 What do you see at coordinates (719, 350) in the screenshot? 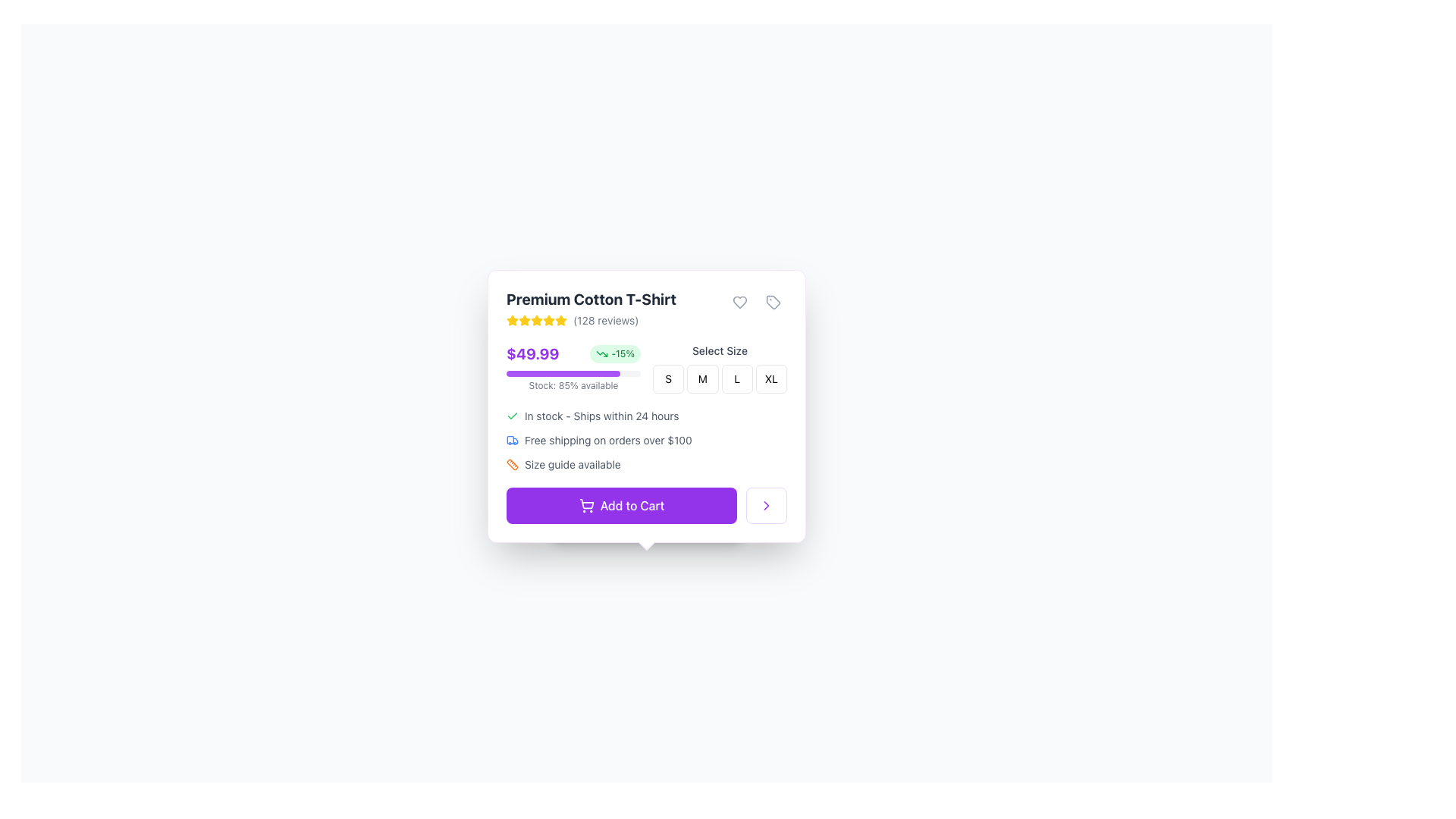
I see `the static text label that indicates the purpose of the size selection options above the interactive buttons for selecting sizes (S, M, L, XL) within the size selection area of the product card` at bounding box center [719, 350].